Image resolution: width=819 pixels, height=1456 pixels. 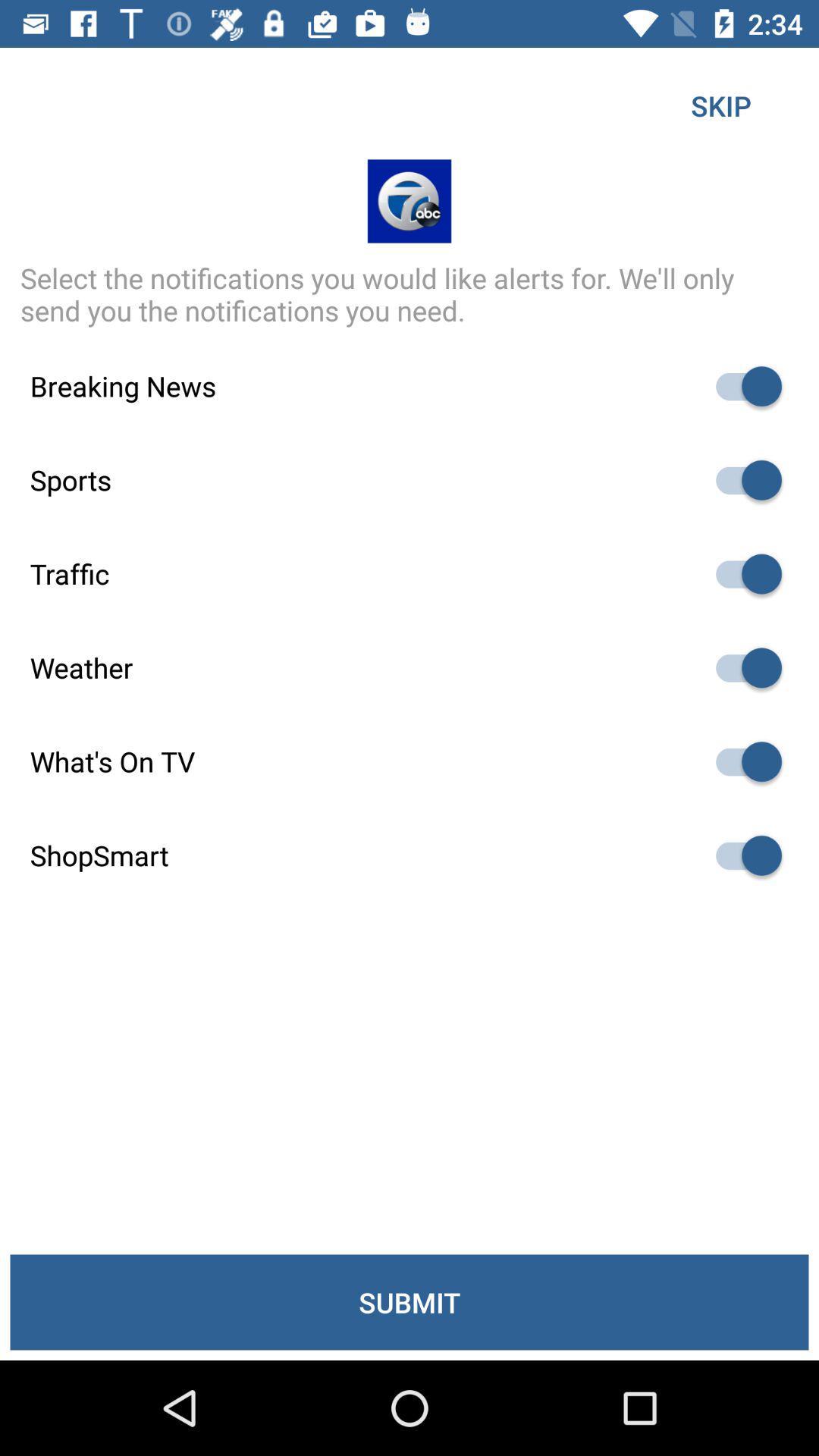 I want to click on switch on shopsmart notification, so click(x=741, y=855).